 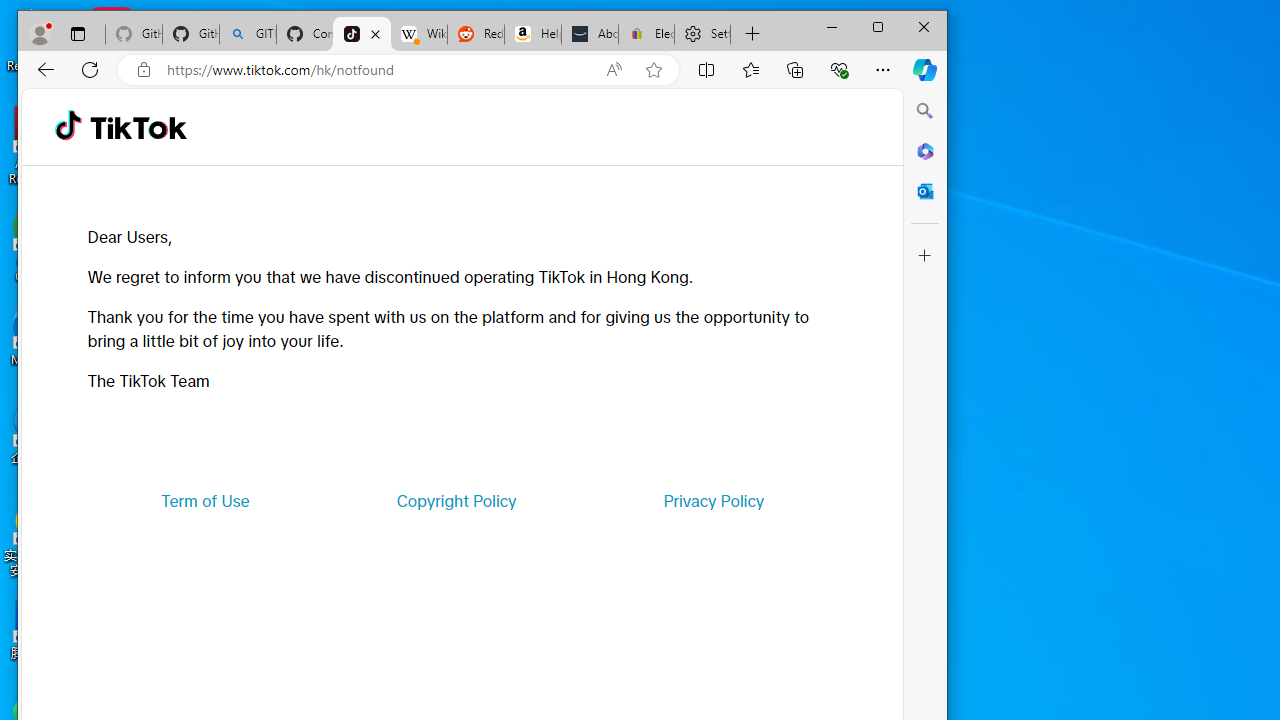 What do you see at coordinates (455, 499) in the screenshot?
I see `'Copyright Policy'` at bounding box center [455, 499].